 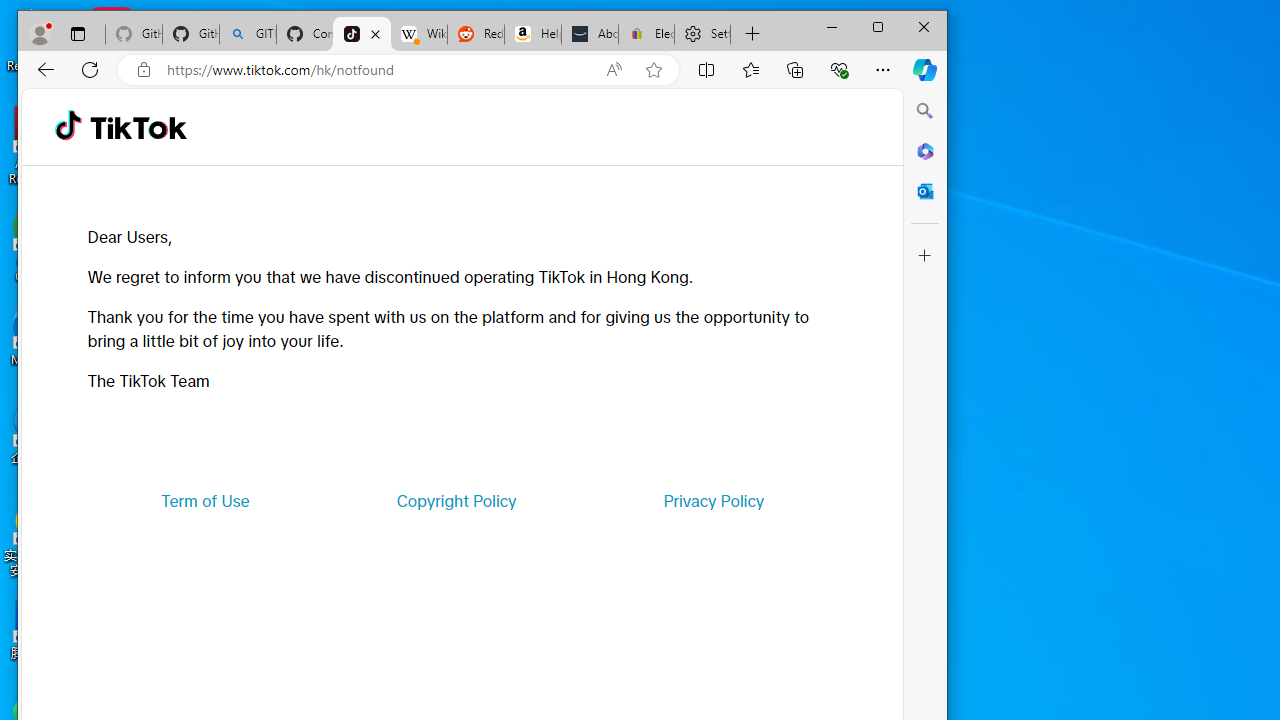 What do you see at coordinates (455, 499) in the screenshot?
I see `'Copyright Policy'` at bounding box center [455, 499].